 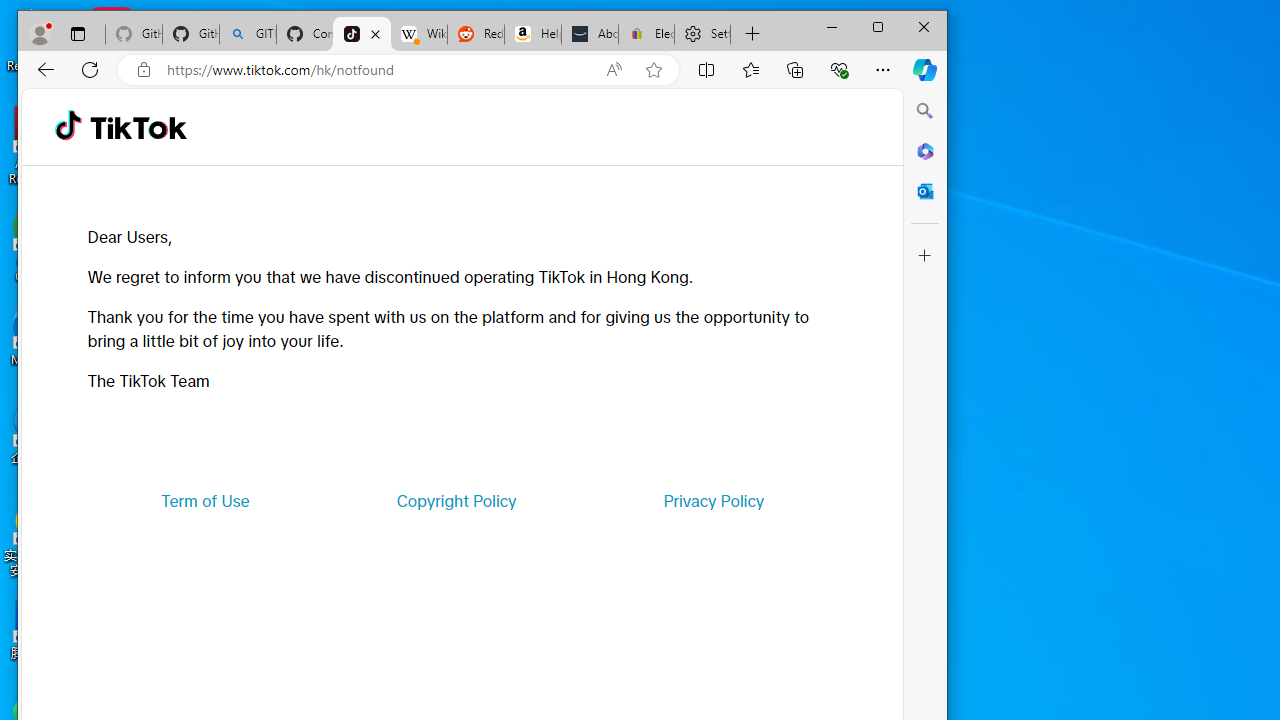 What do you see at coordinates (455, 499) in the screenshot?
I see `'Copyright Policy'` at bounding box center [455, 499].